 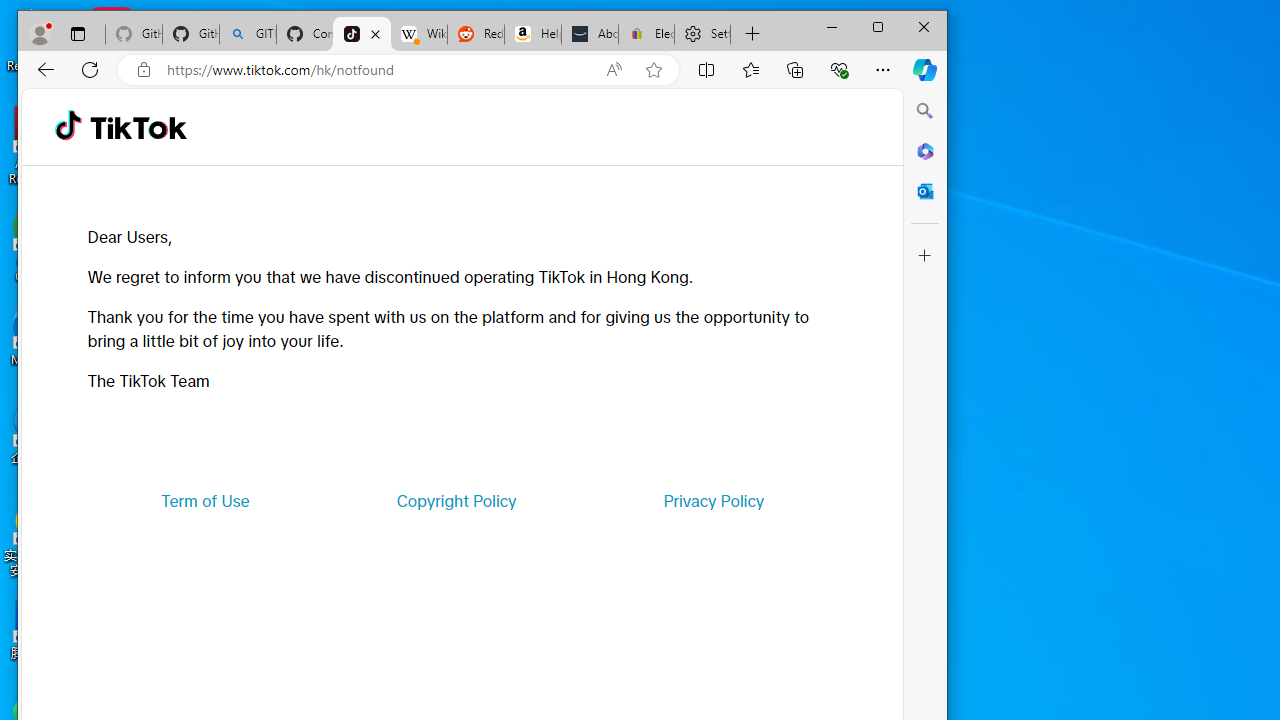 What do you see at coordinates (455, 499) in the screenshot?
I see `'Copyright Policy'` at bounding box center [455, 499].